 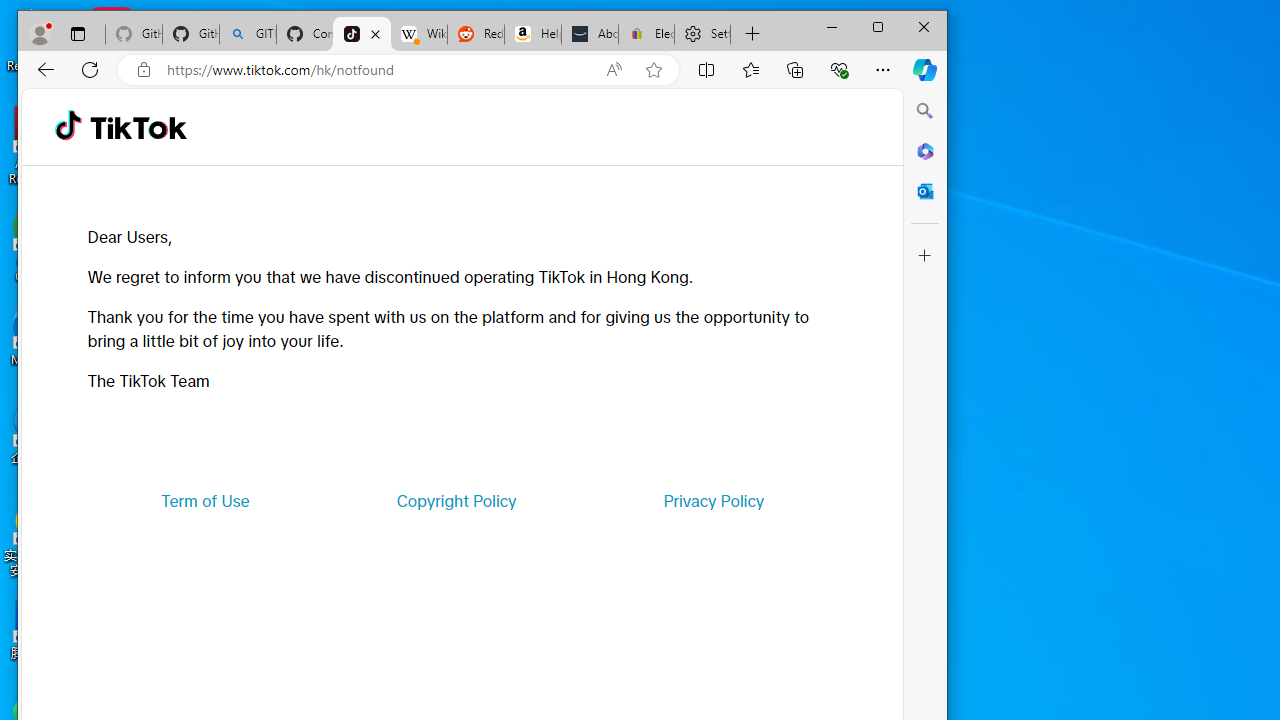 What do you see at coordinates (455, 499) in the screenshot?
I see `'Copyright Policy'` at bounding box center [455, 499].